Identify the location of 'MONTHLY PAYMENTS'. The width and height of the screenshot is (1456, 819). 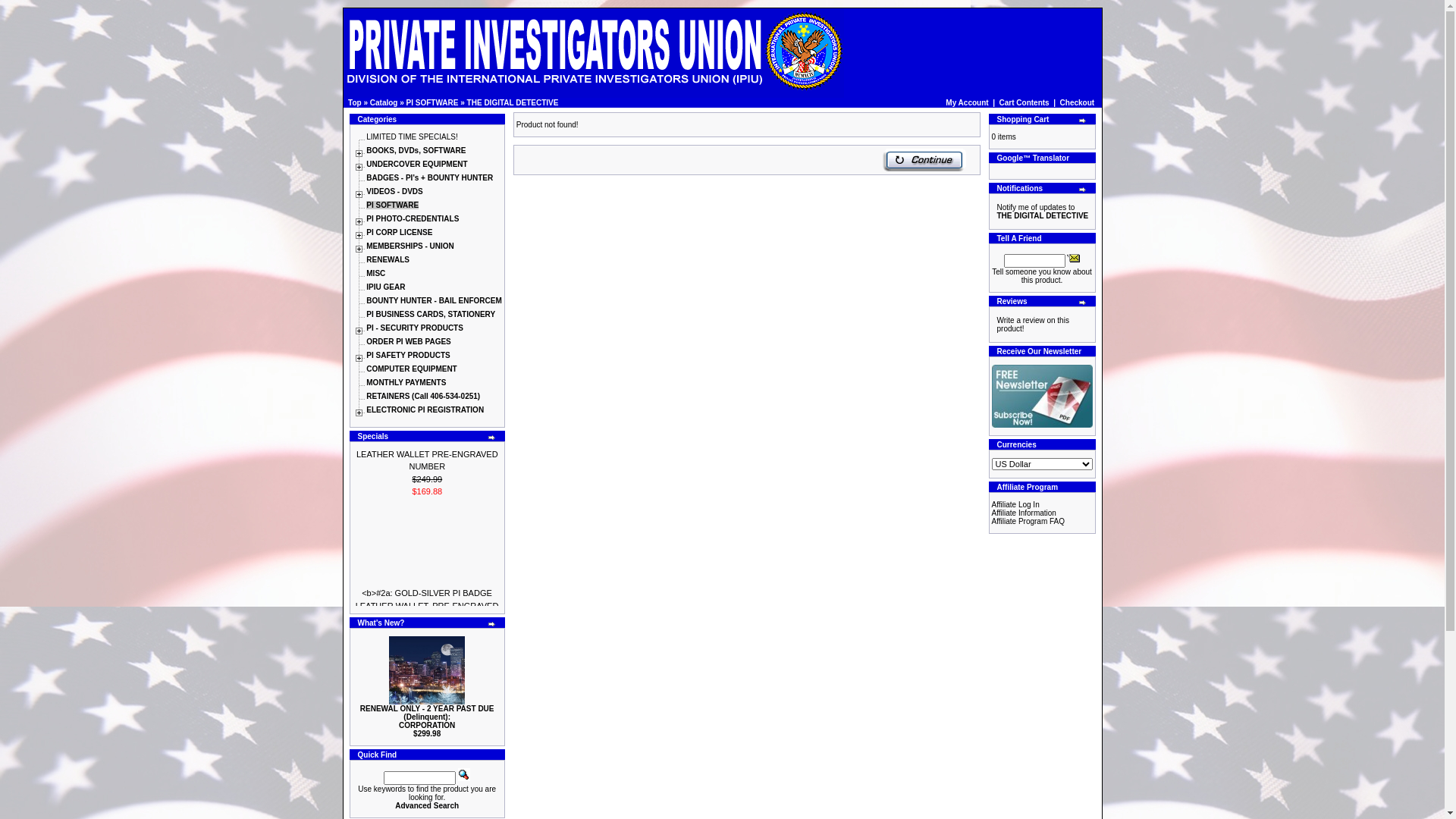
(406, 381).